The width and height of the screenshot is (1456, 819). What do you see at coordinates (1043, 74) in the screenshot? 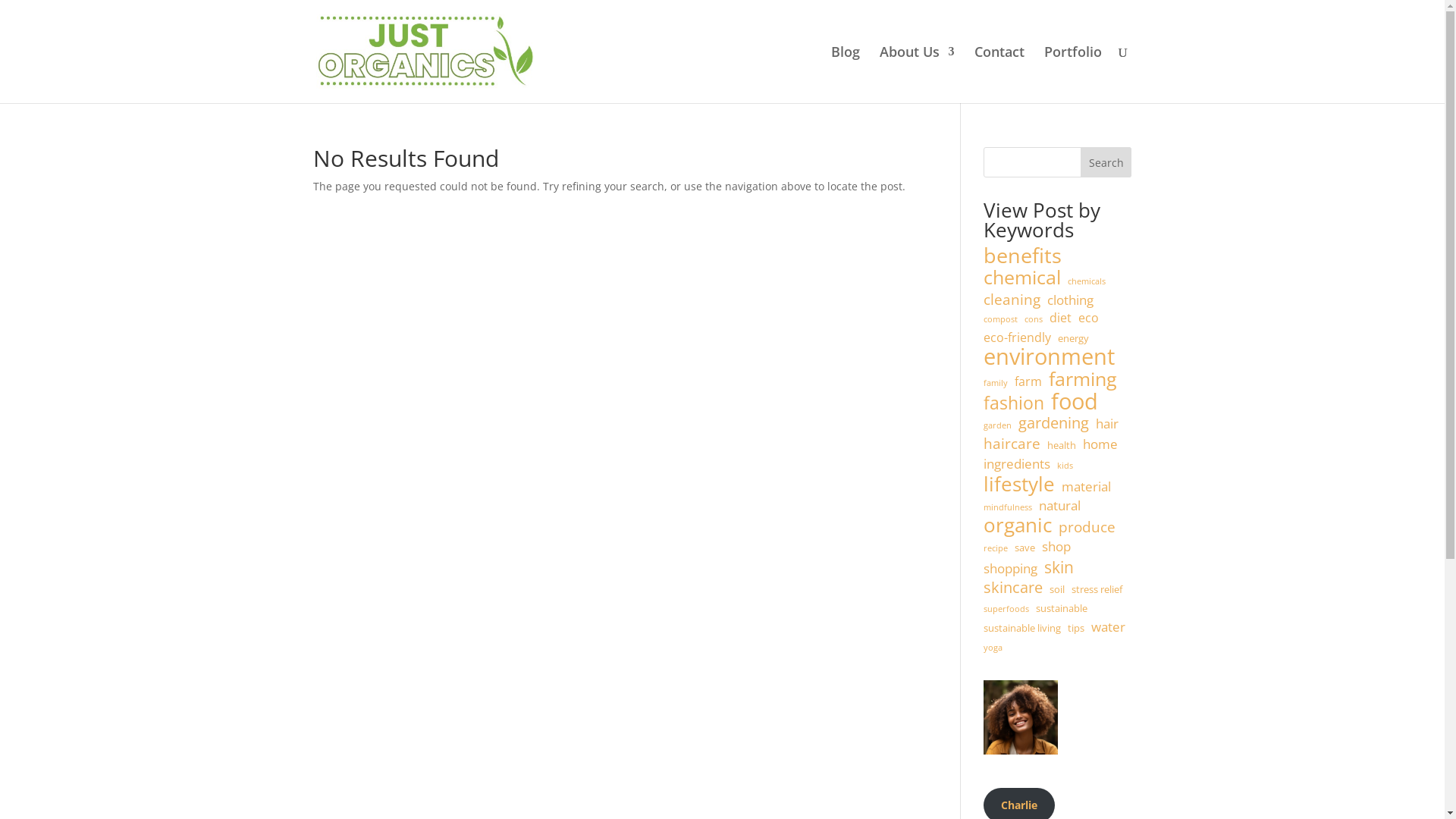
I see `'Portfolio'` at bounding box center [1043, 74].